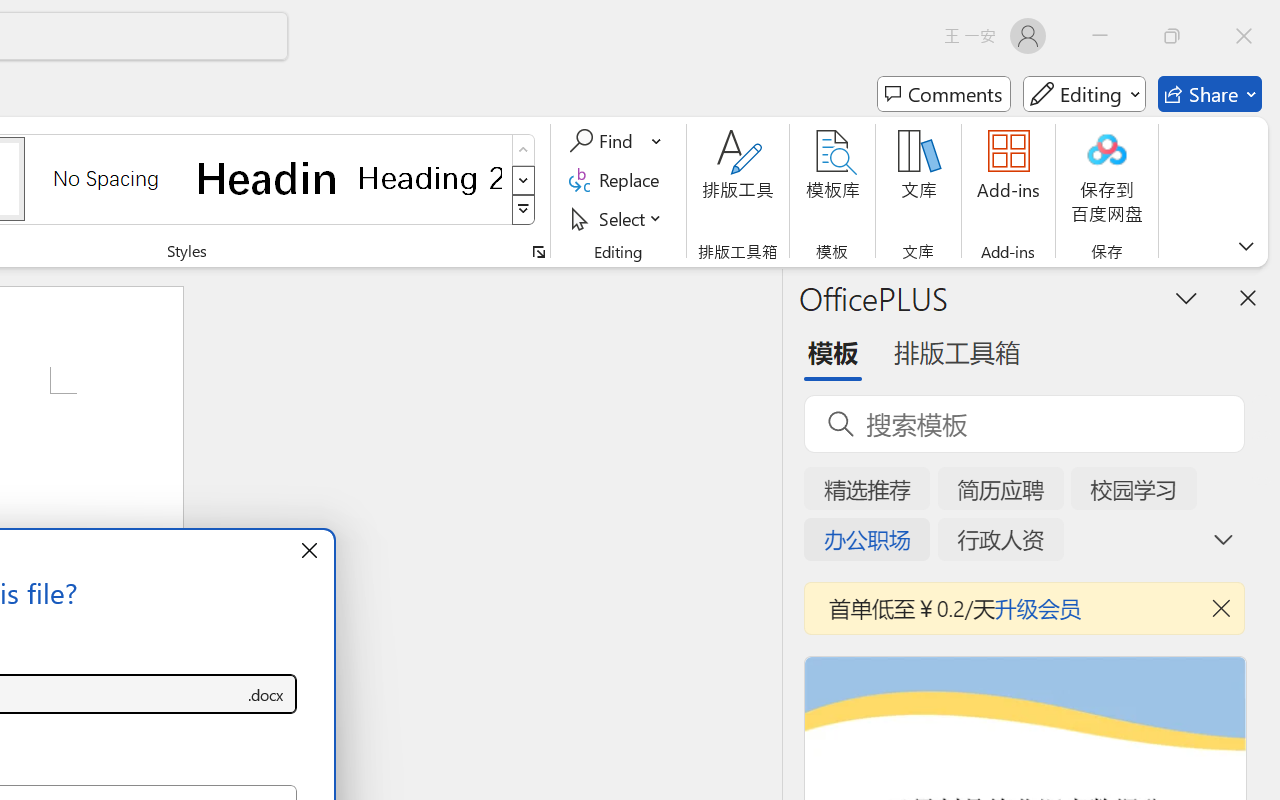 This screenshot has width=1280, height=800. What do you see at coordinates (429, 177) in the screenshot?
I see `'Heading 2'` at bounding box center [429, 177].